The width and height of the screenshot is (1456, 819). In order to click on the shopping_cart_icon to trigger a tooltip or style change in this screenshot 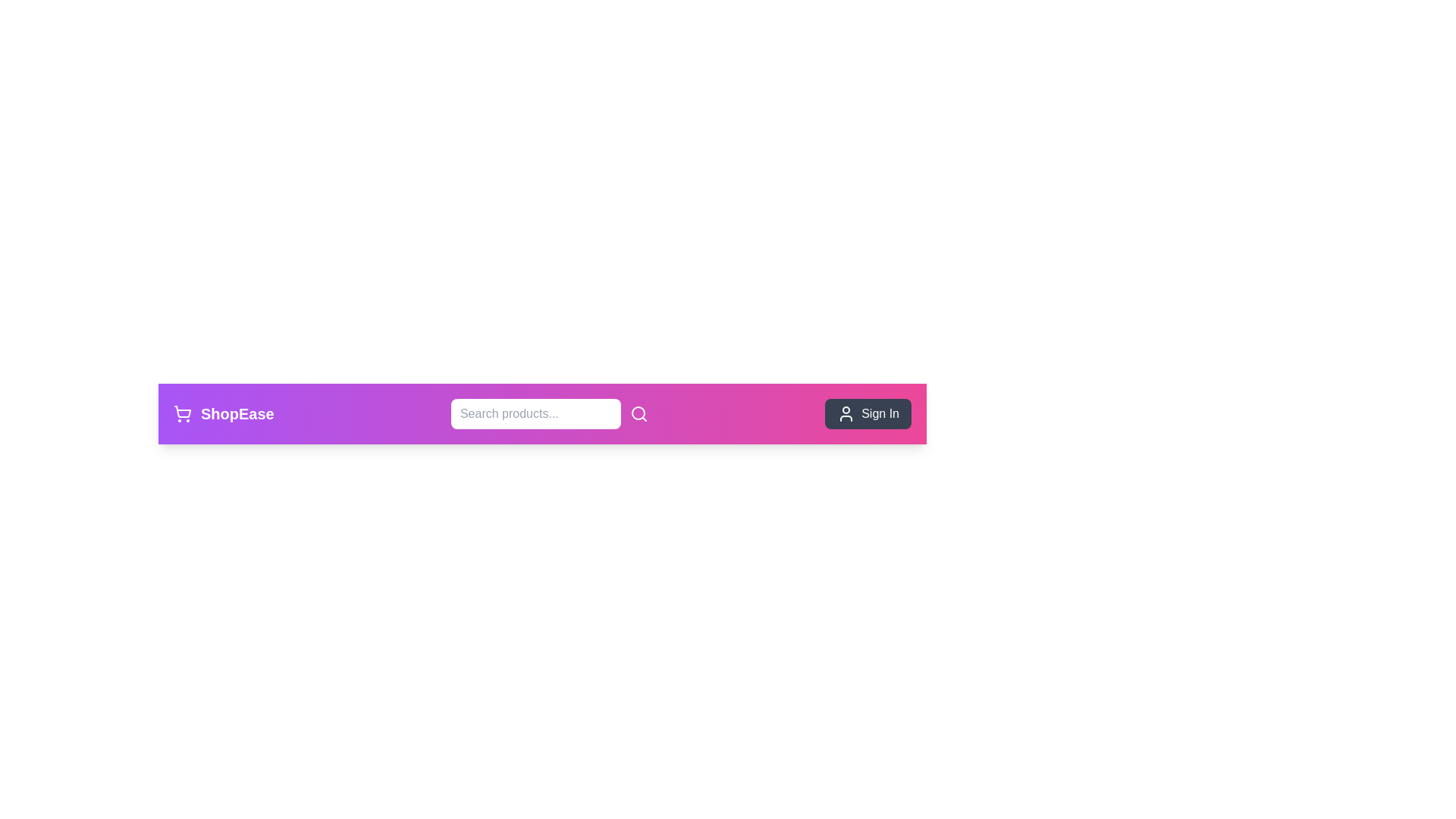, I will do `click(182, 414)`.